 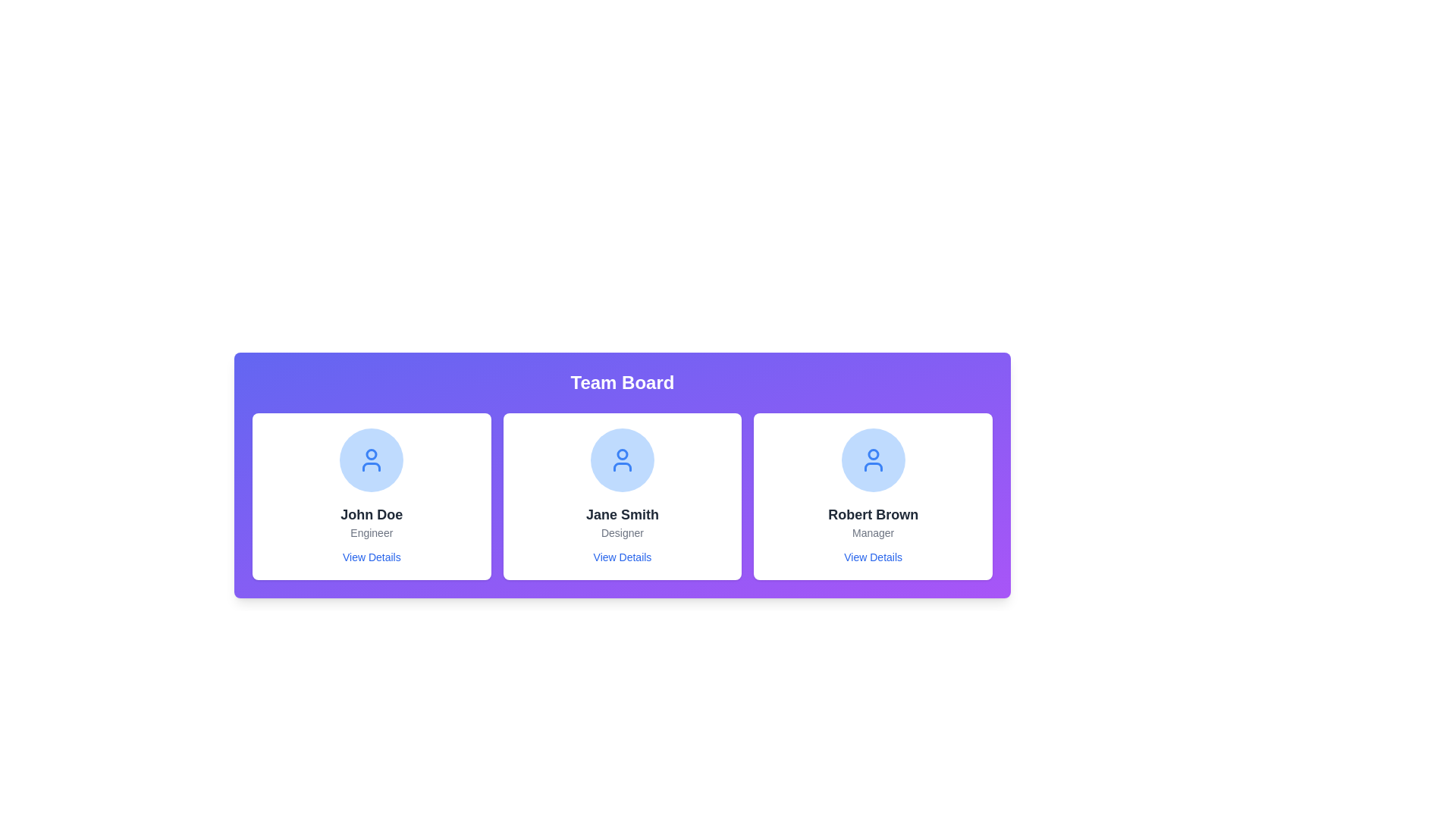 I want to click on the user's profile static icon located at the top section of the card labeled 'Robert Brown Manager View Details', so click(x=873, y=459).